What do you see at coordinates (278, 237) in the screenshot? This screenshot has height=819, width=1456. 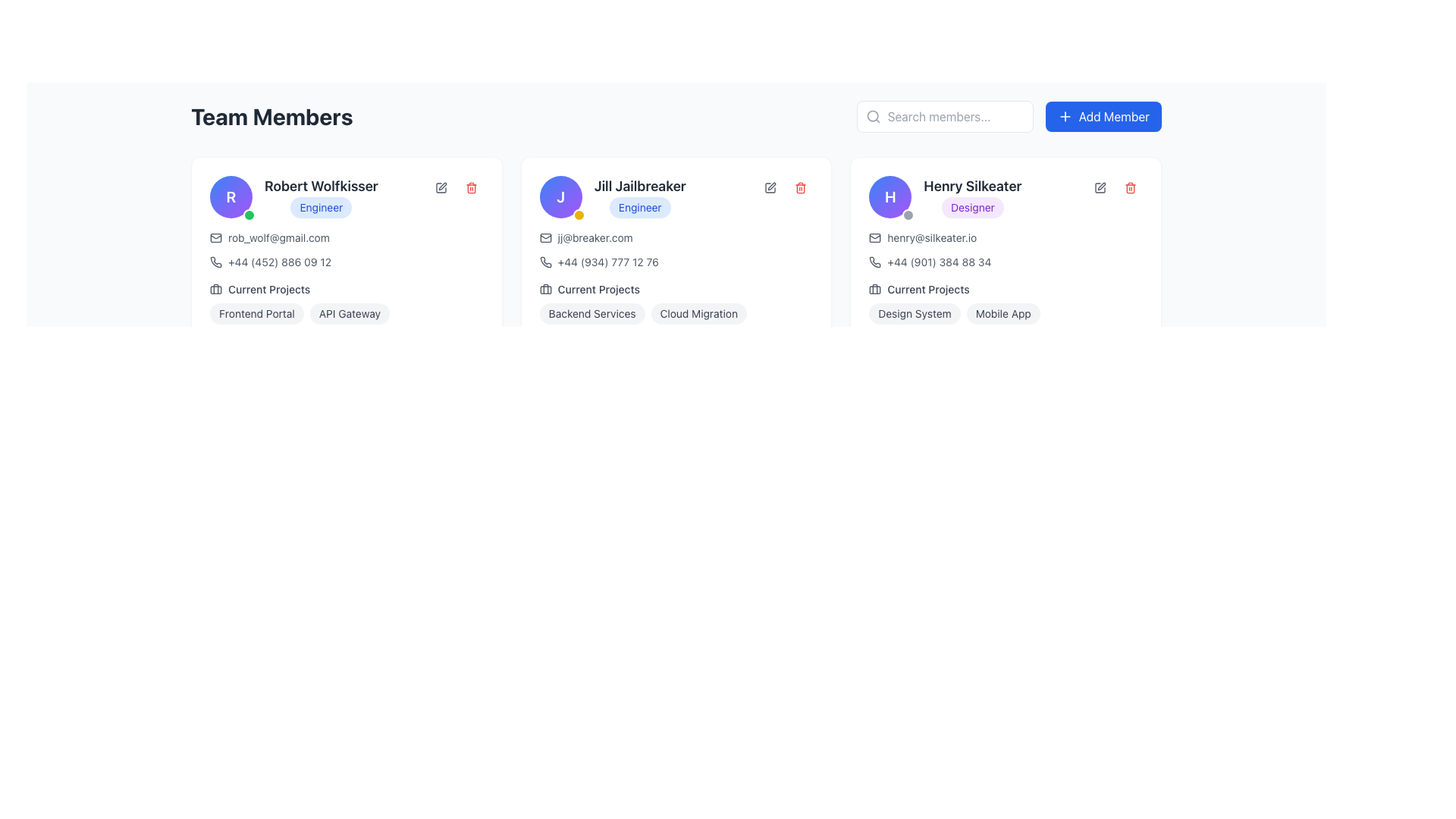 I see `the email hyperlink located below the envelope icon in the user profile card` at bounding box center [278, 237].